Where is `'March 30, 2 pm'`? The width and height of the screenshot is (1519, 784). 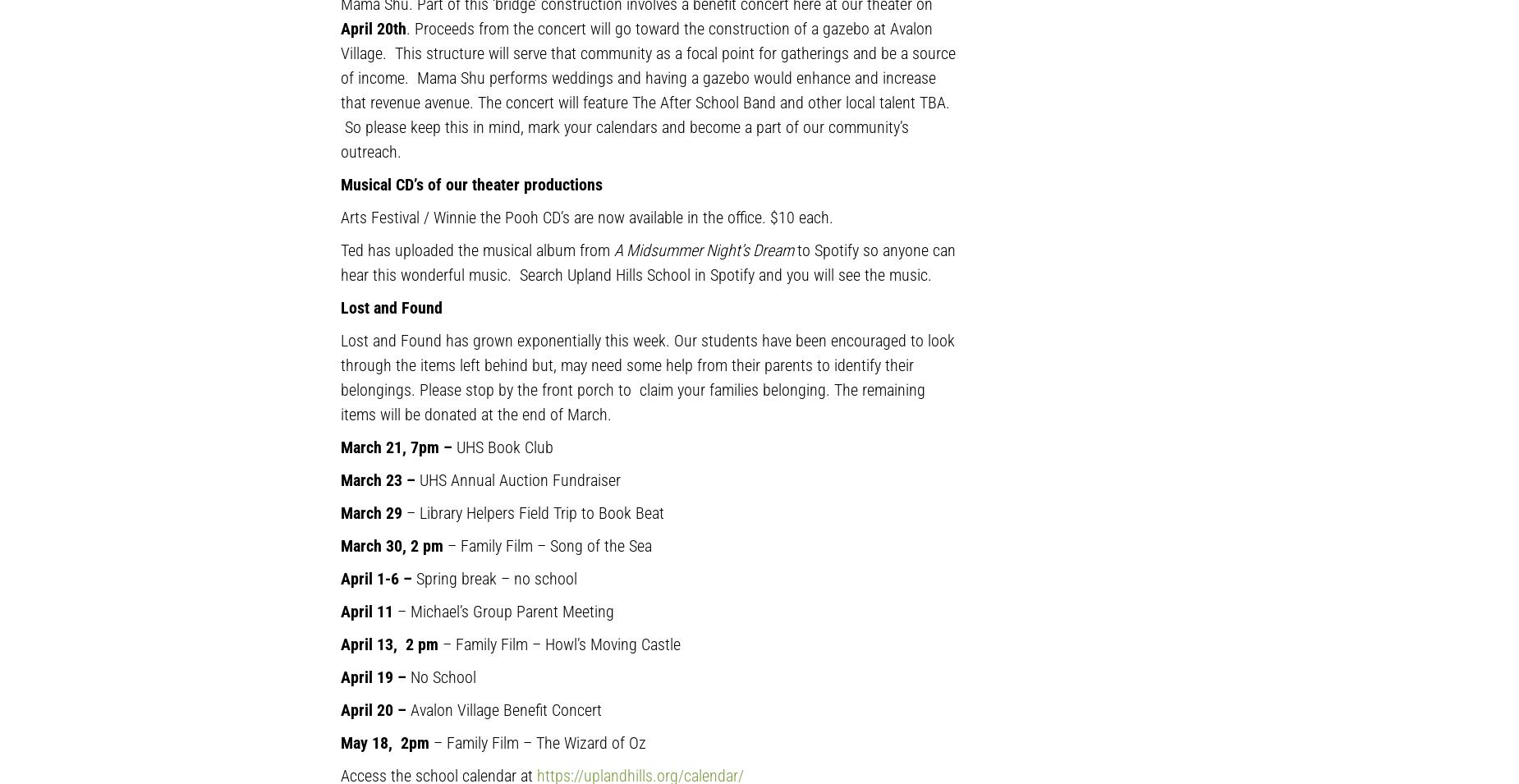 'March 30, 2 pm' is located at coordinates (392, 544).